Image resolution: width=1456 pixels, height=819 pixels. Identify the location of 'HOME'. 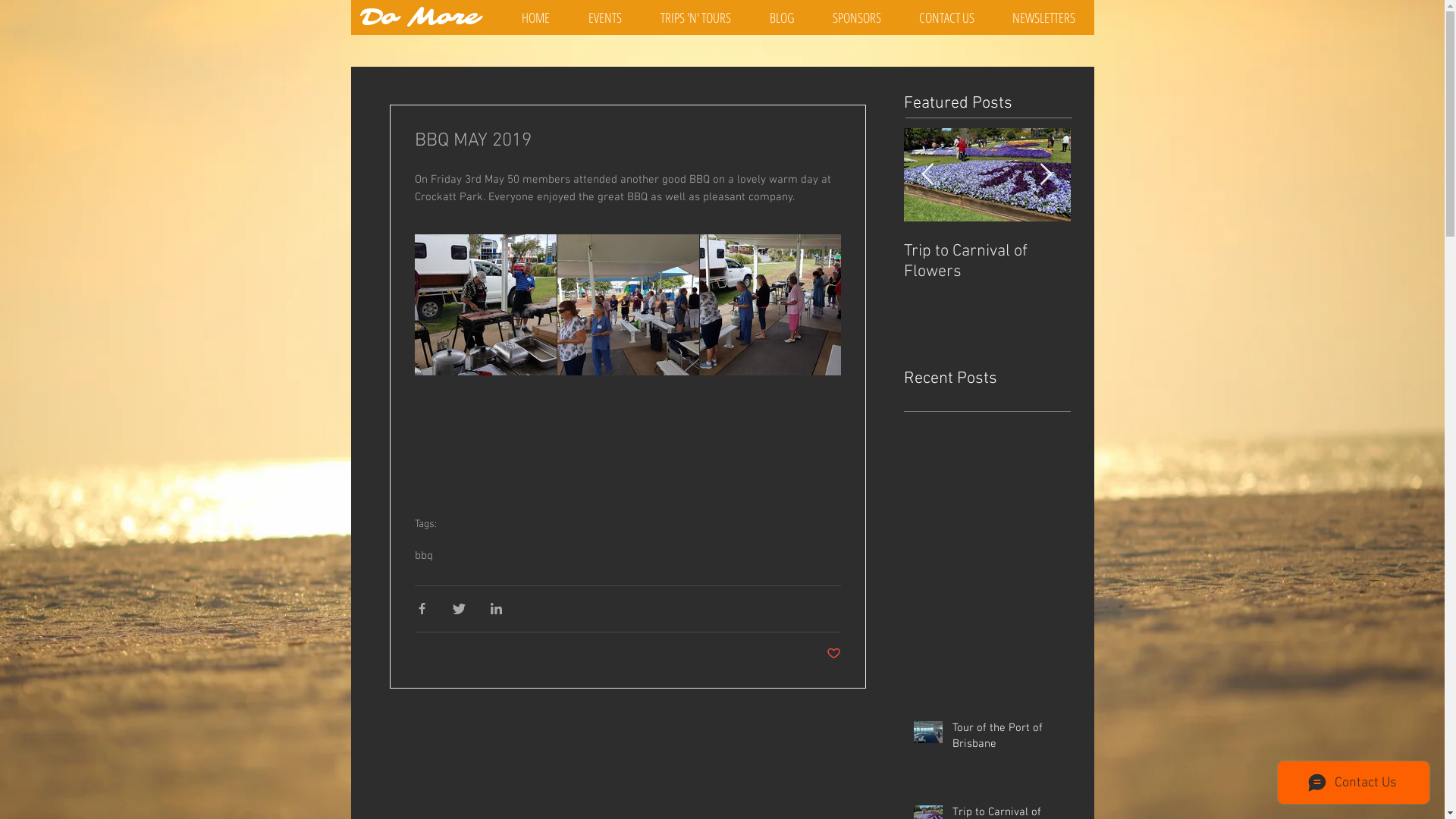
(535, 17).